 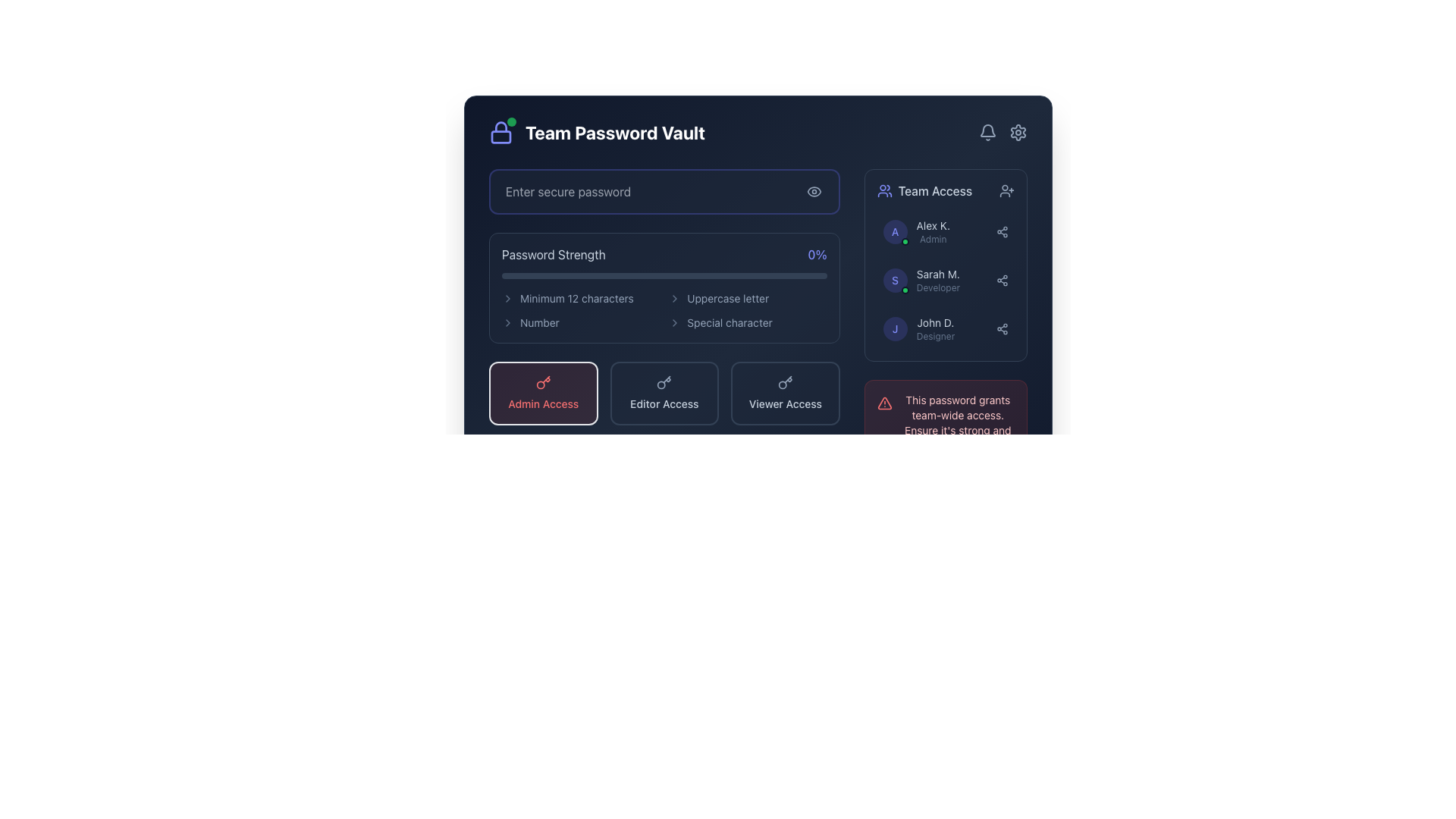 What do you see at coordinates (934, 190) in the screenshot?
I see `the text label indicating user roles and access levels in the upper-right panel` at bounding box center [934, 190].